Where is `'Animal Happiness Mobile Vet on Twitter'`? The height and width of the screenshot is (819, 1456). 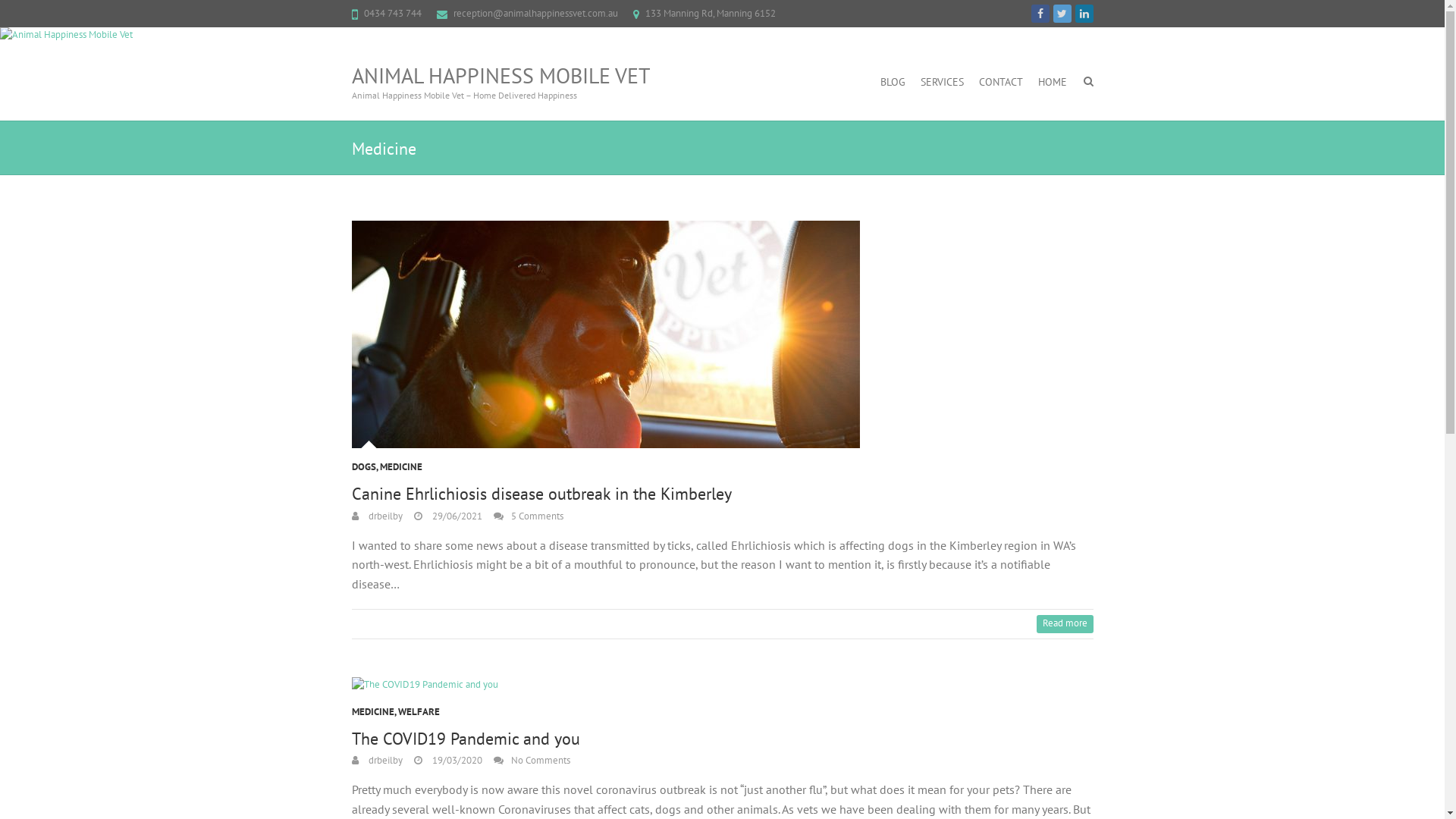 'Animal Happiness Mobile Vet on Twitter' is located at coordinates (1061, 14).